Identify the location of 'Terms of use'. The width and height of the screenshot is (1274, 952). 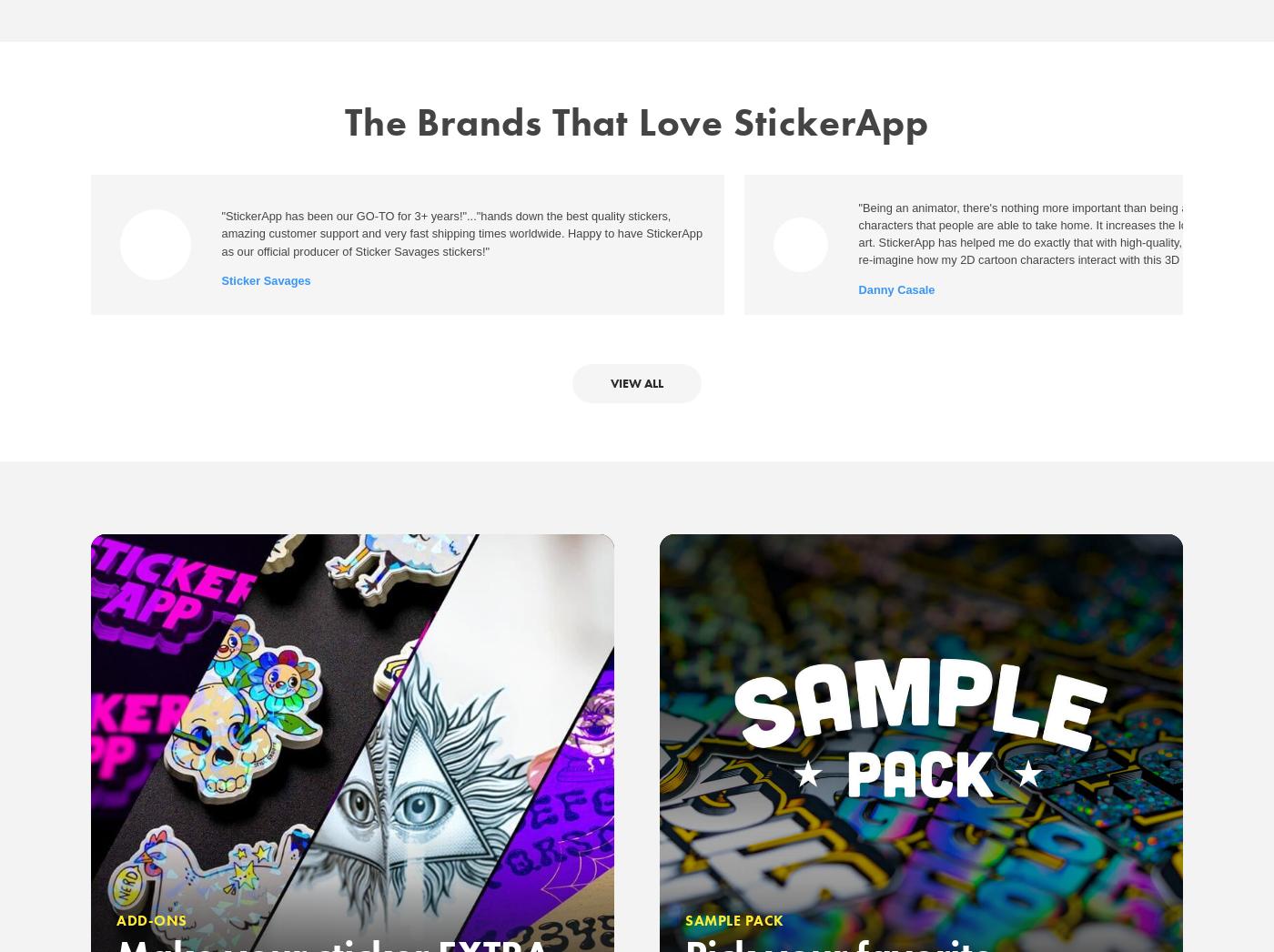
(524, 370).